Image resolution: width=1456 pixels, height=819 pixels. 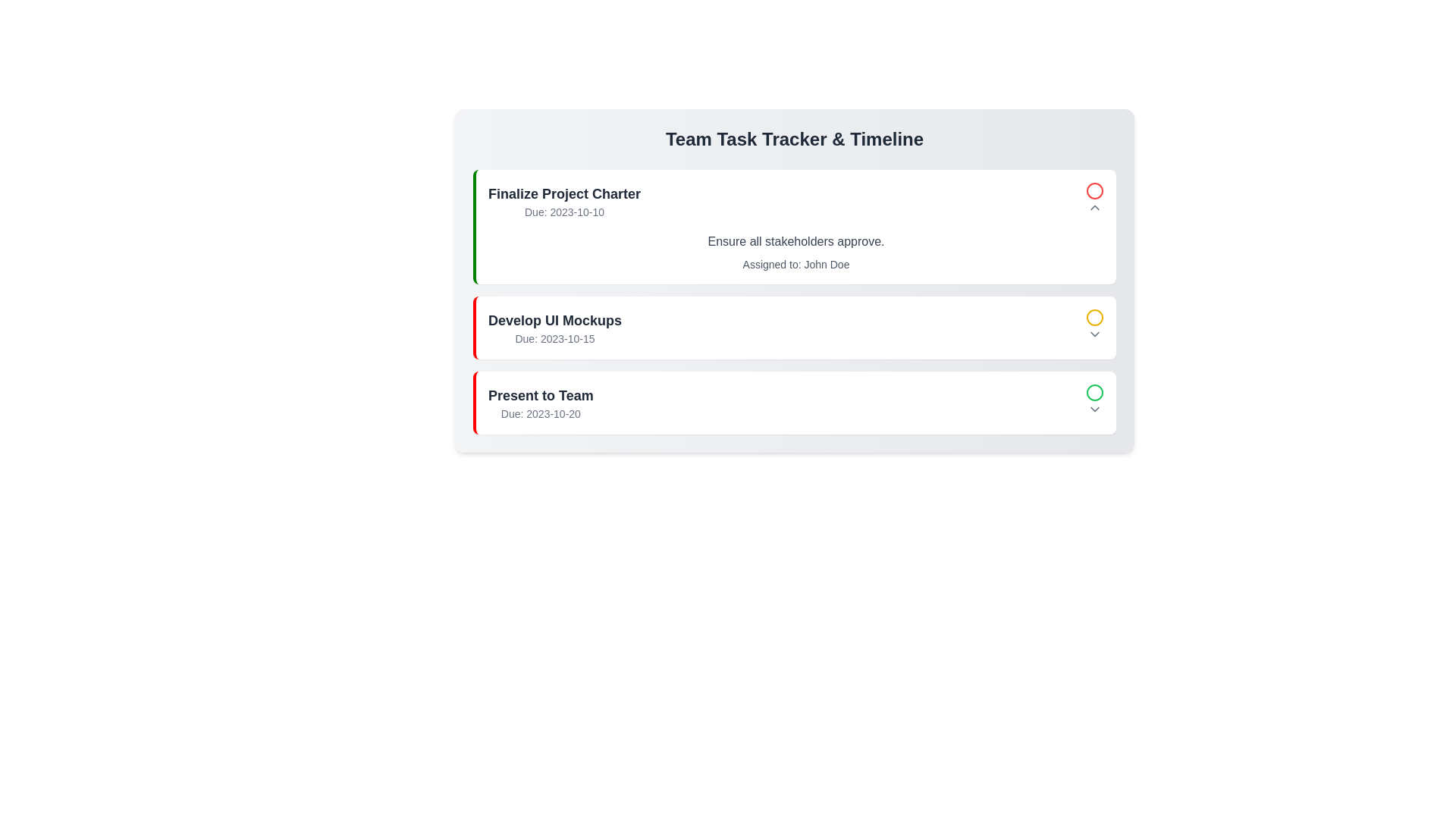 I want to click on the first task card in the task tracker that displays the task's title, due date, description, and assignee, positioned above the 'Develop UI Mockups' and 'Present to Team' cards, so click(x=793, y=227).